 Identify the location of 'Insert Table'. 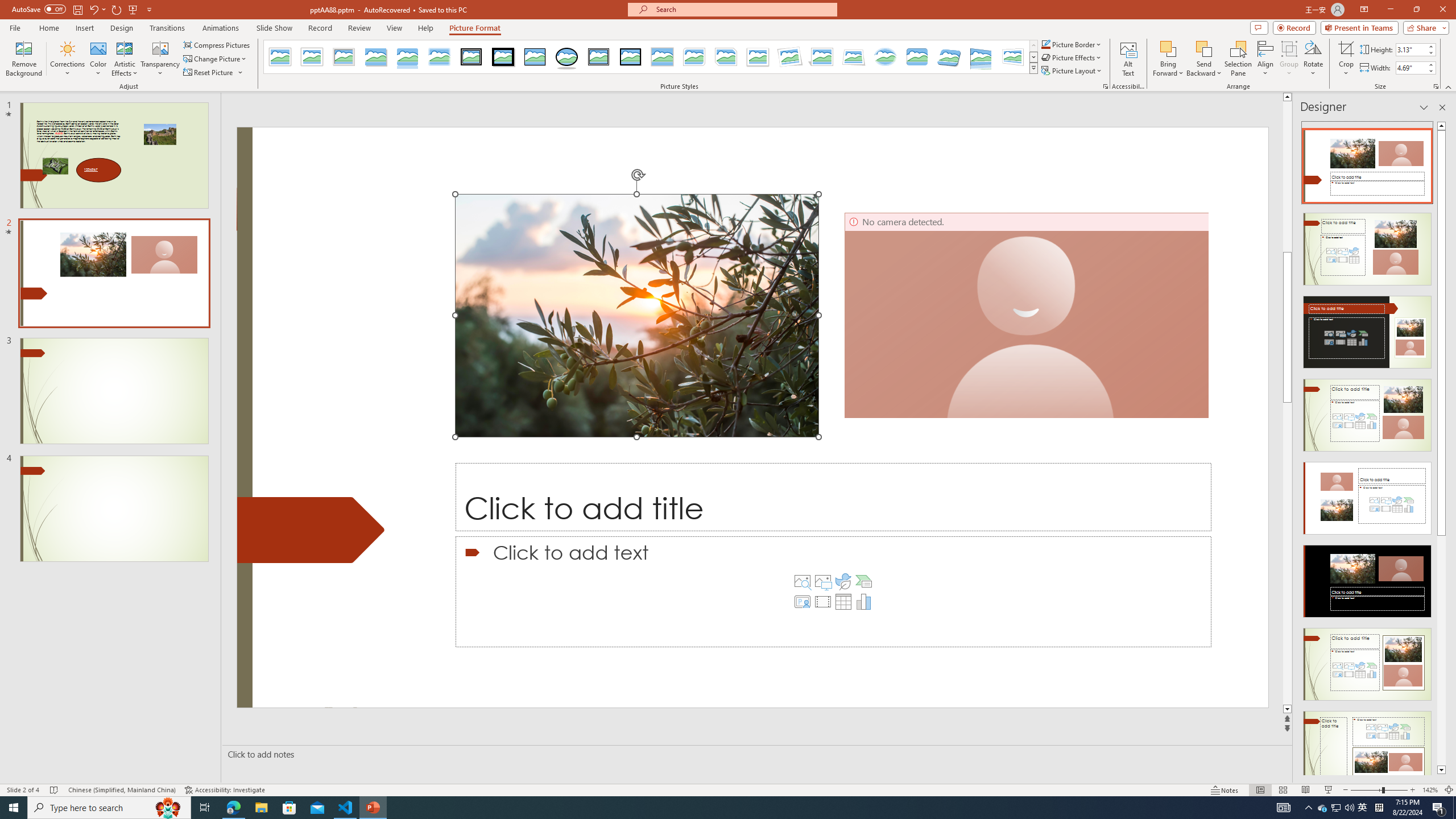
(843, 601).